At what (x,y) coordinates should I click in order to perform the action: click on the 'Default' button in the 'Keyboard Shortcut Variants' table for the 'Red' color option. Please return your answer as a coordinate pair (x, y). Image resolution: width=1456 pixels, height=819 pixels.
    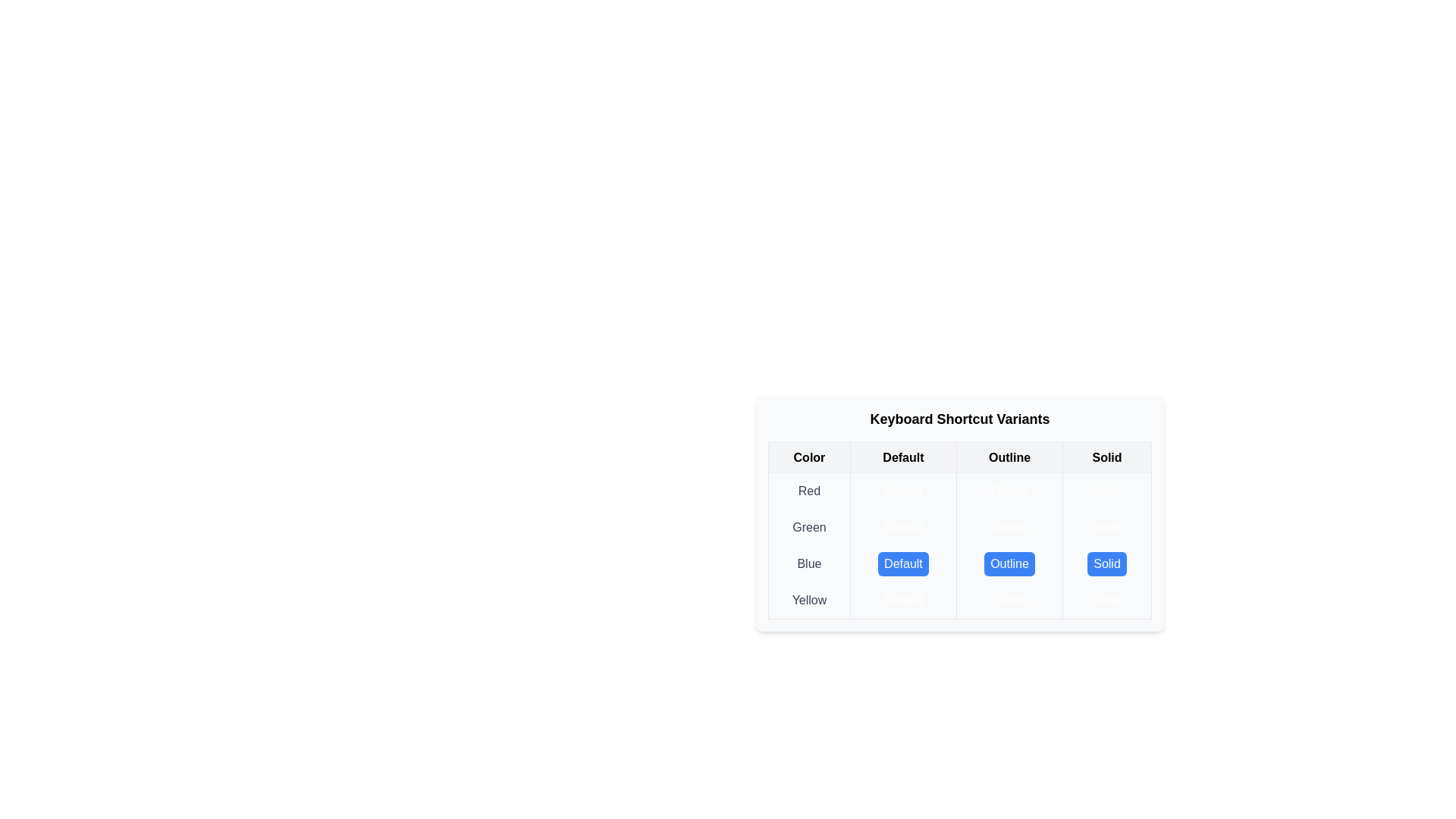
    Looking at the image, I should click on (903, 491).